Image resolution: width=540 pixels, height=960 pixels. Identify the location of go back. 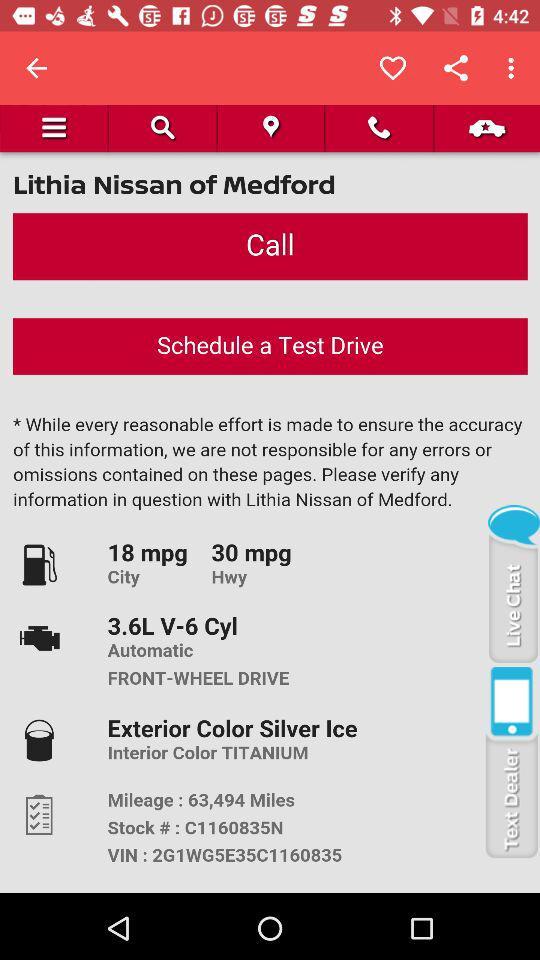
(36, 68).